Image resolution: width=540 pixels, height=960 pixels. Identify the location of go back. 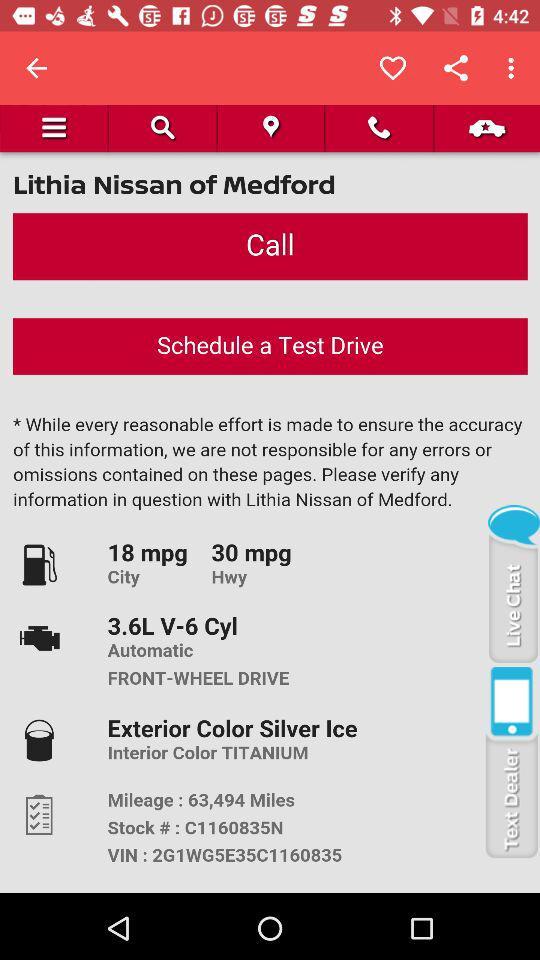
(36, 68).